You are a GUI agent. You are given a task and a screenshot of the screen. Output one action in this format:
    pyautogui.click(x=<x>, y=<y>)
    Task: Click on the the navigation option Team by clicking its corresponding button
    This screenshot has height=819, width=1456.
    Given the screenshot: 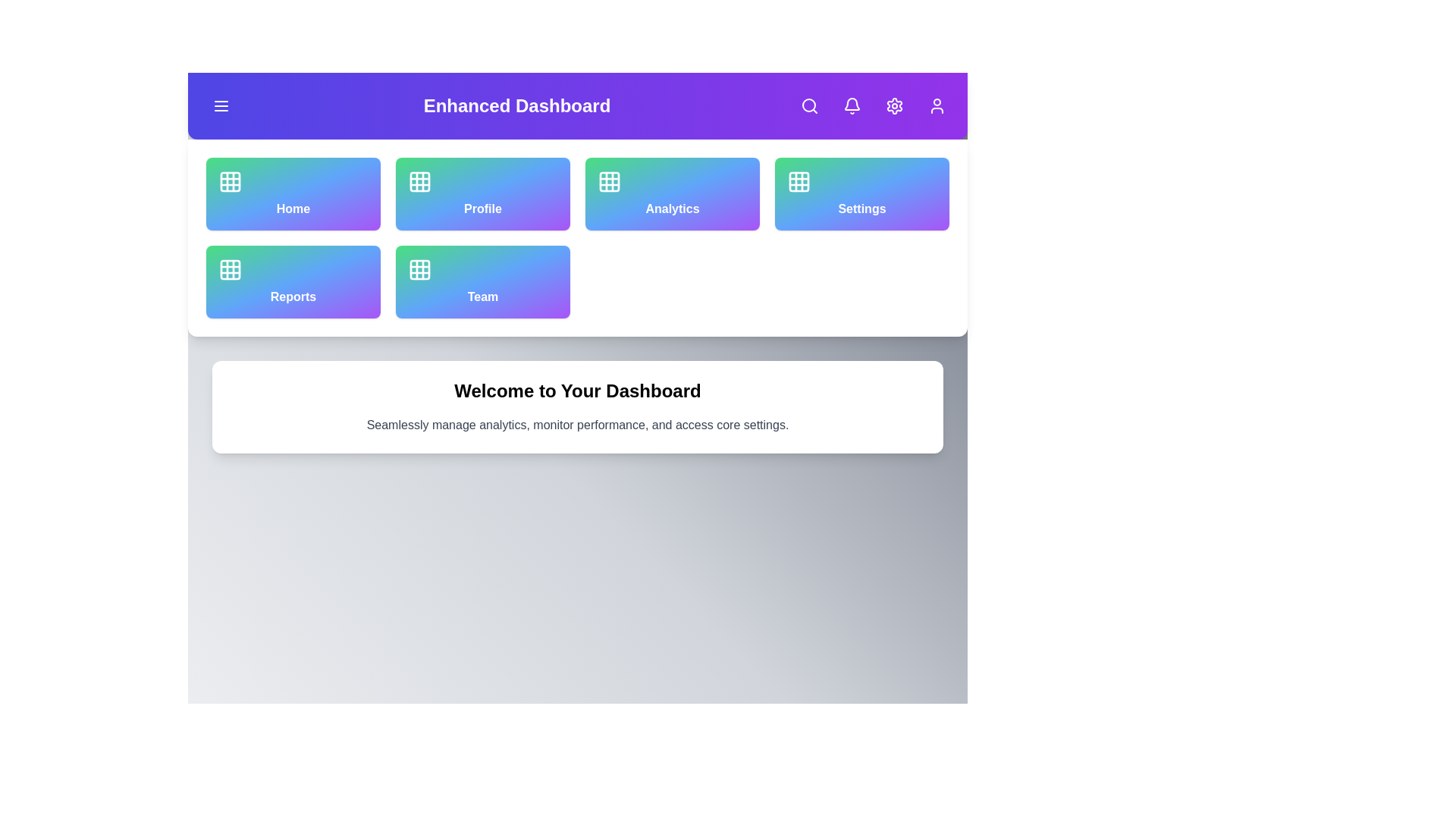 What is the action you would take?
    pyautogui.click(x=482, y=281)
    